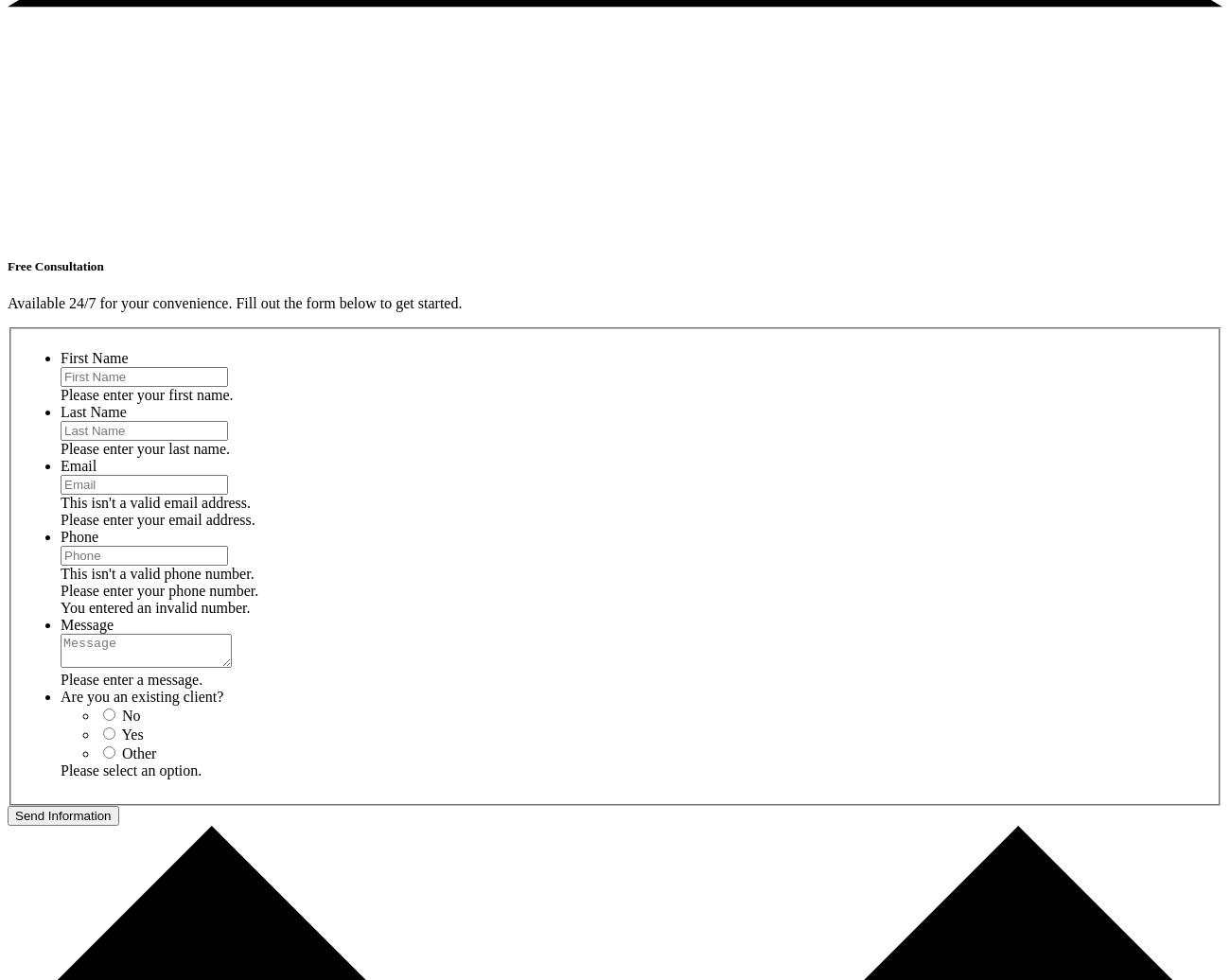 This screenshot has height=980, width=1230. Describe the element at coordinates (141, 695) in the screenshot. I see `'Are you an existing client?'` at that location.